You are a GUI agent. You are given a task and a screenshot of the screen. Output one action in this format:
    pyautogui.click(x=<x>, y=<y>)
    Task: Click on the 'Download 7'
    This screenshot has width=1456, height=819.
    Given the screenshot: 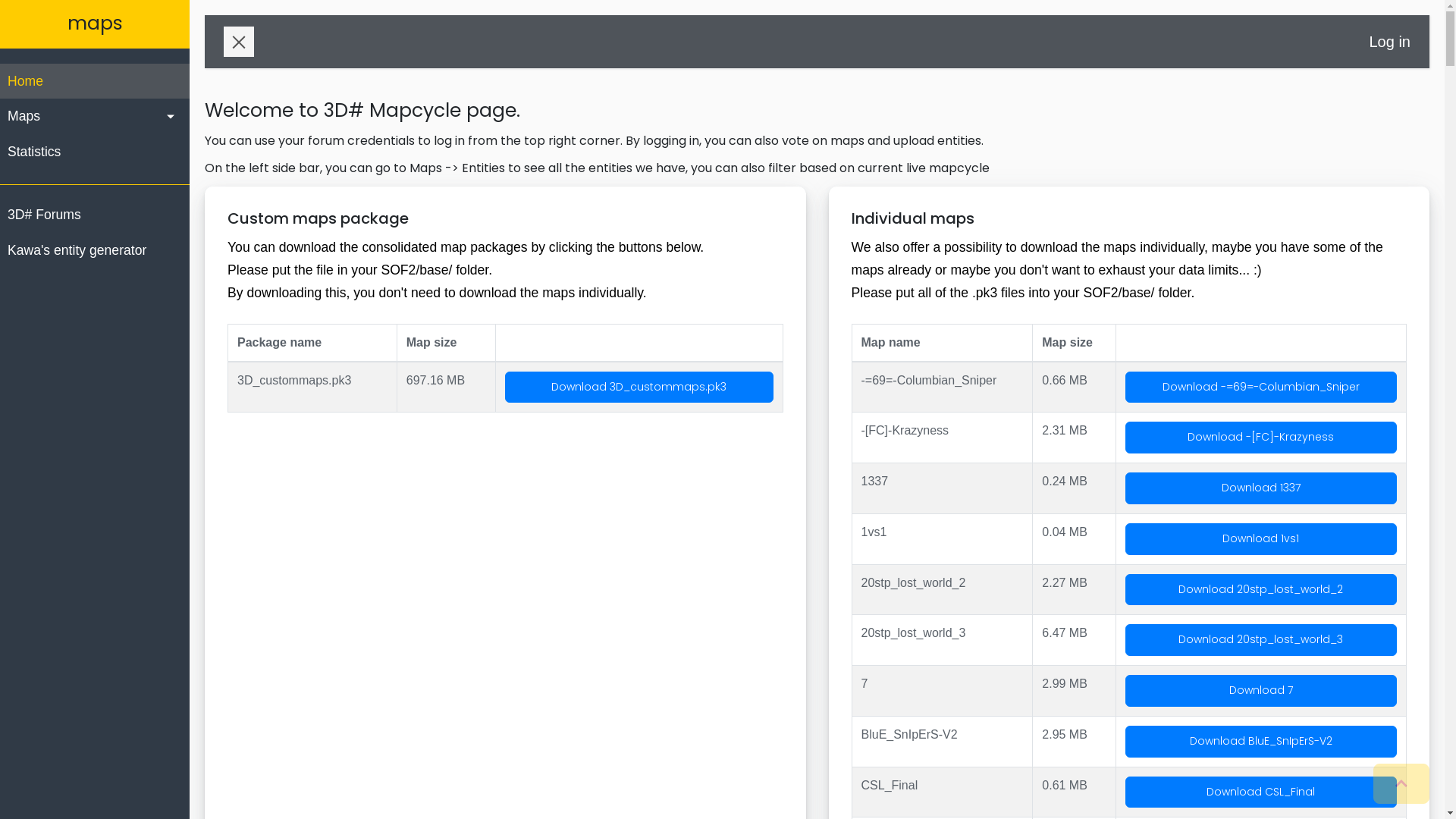 What is the action you would take?
    pyautogui.click(x=1260, y=690)
    